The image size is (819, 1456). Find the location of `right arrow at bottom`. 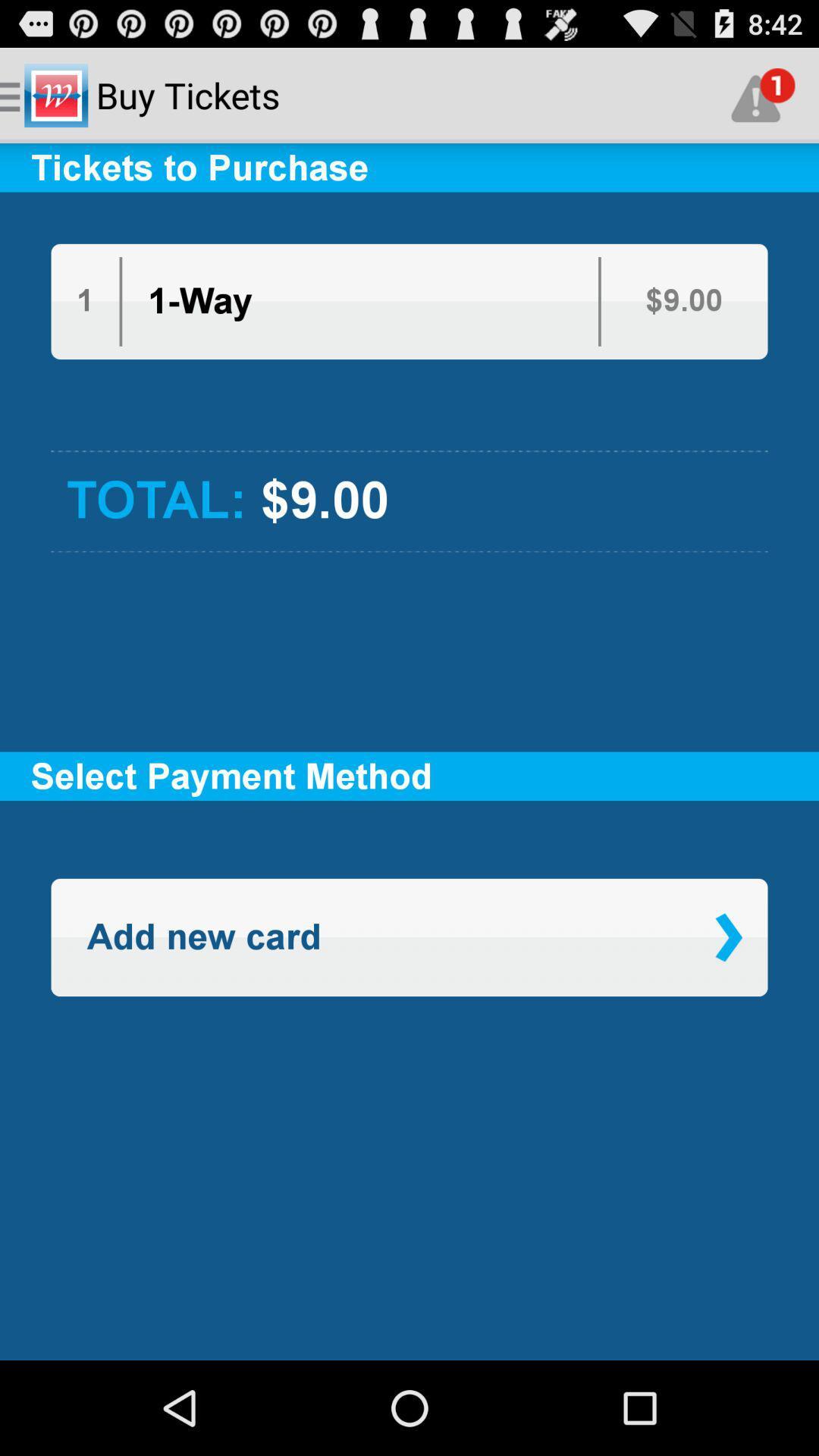

right arrow at bottom is located at coordinates (728, 937).